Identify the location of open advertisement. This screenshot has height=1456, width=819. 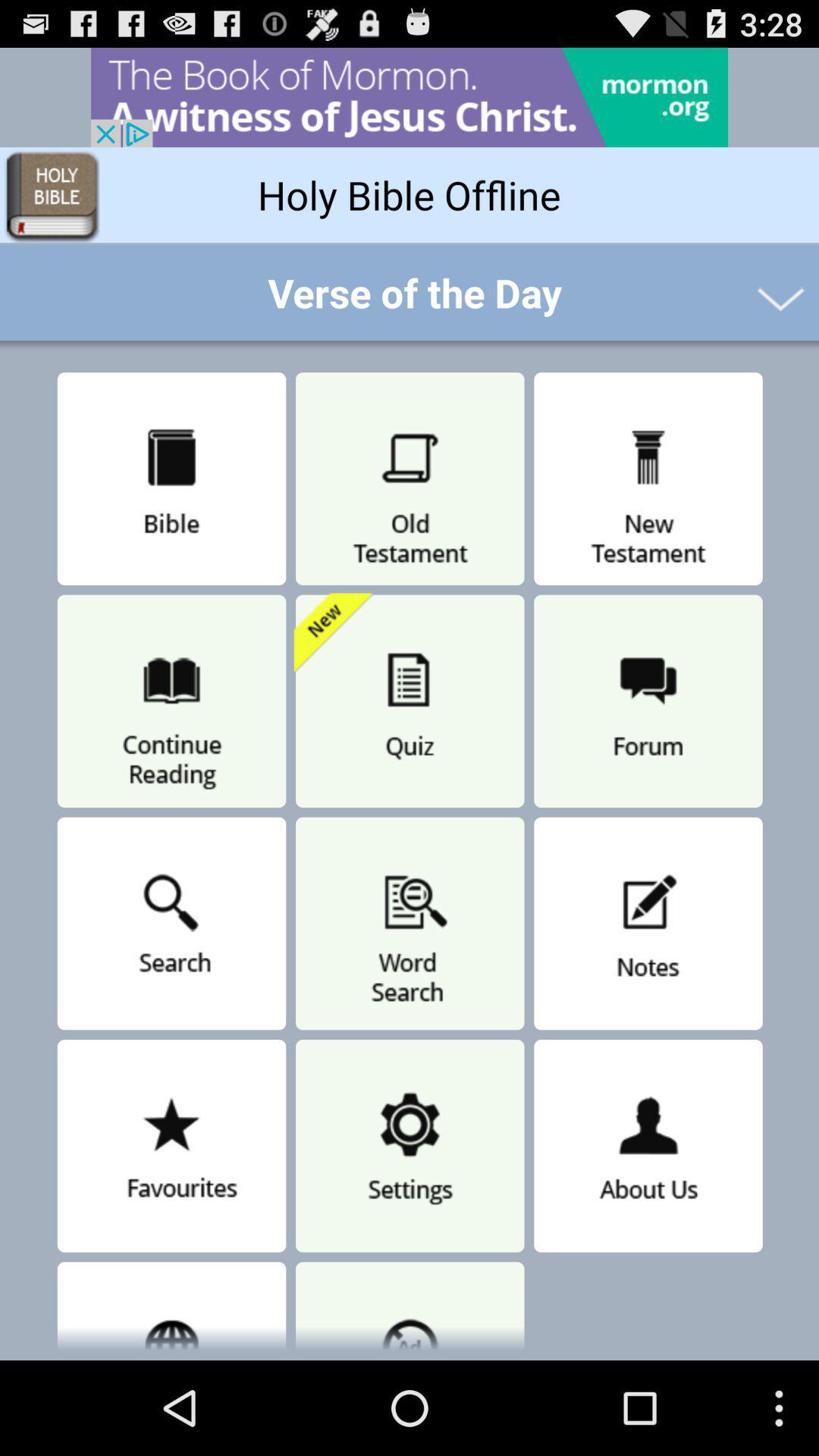
(409, 96).